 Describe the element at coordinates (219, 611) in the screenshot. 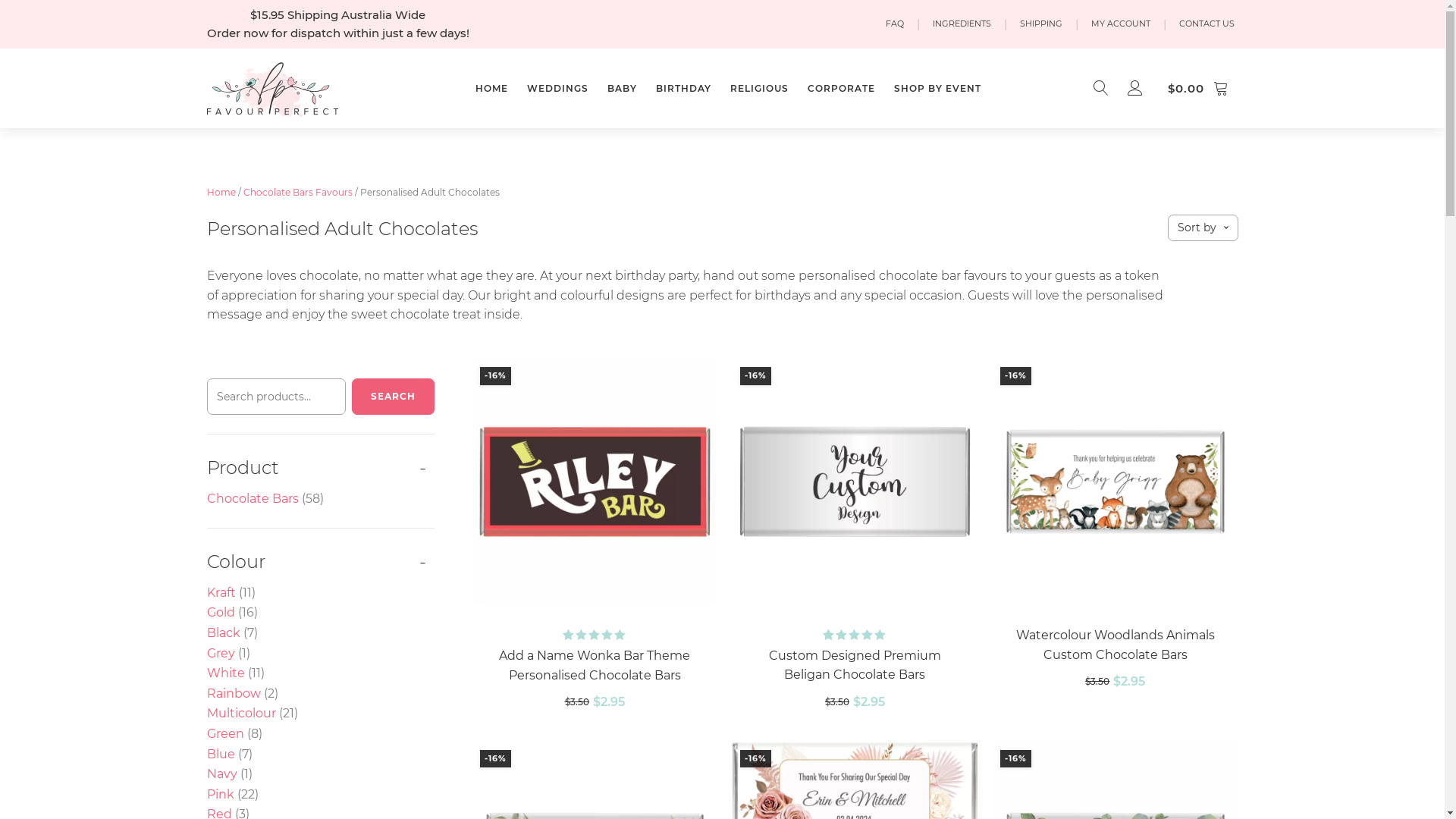

I see `'Gold'` at that location.